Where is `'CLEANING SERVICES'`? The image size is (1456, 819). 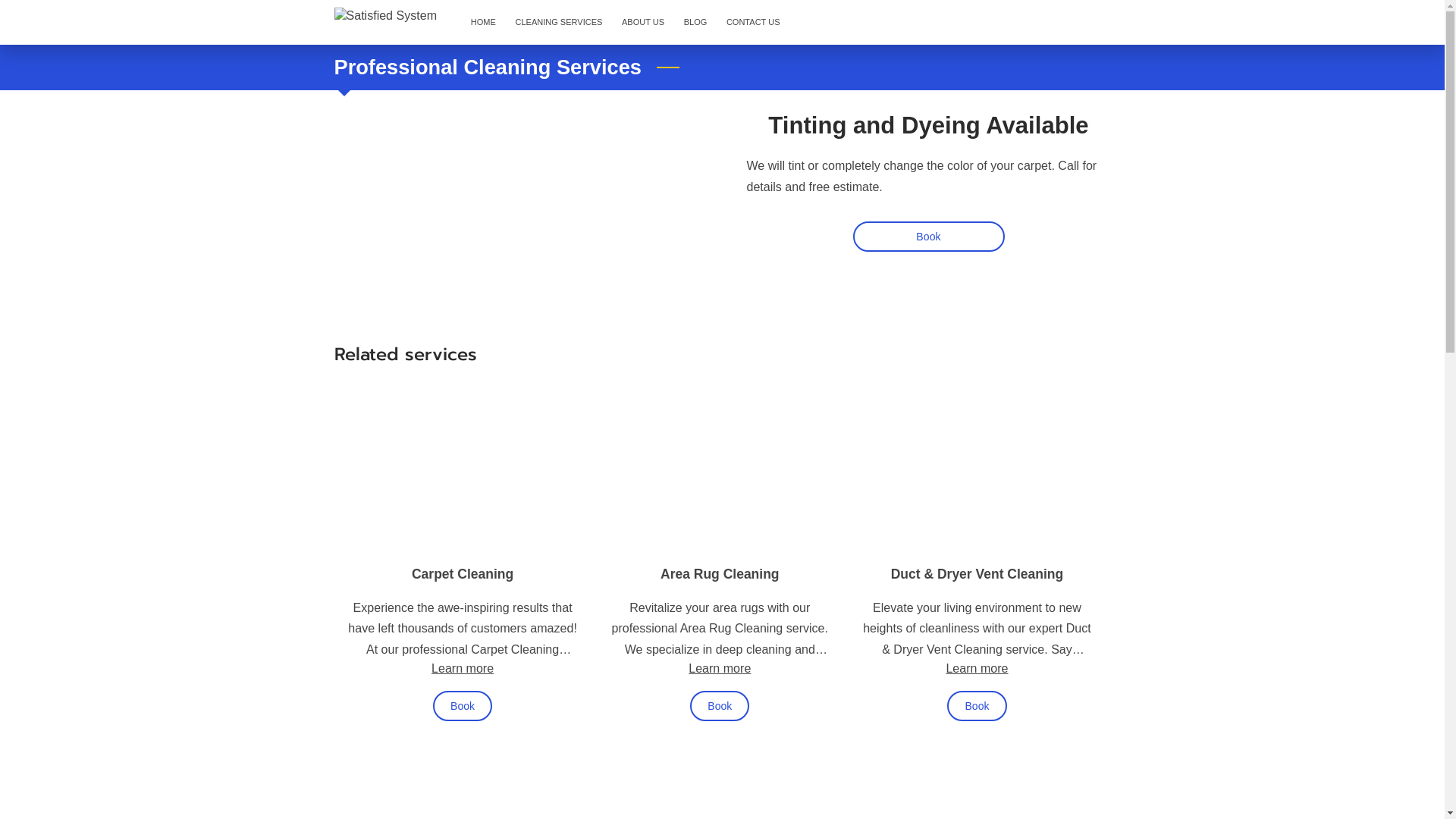
'CLEANING SERVICES' is located at coordinates (558, 23).